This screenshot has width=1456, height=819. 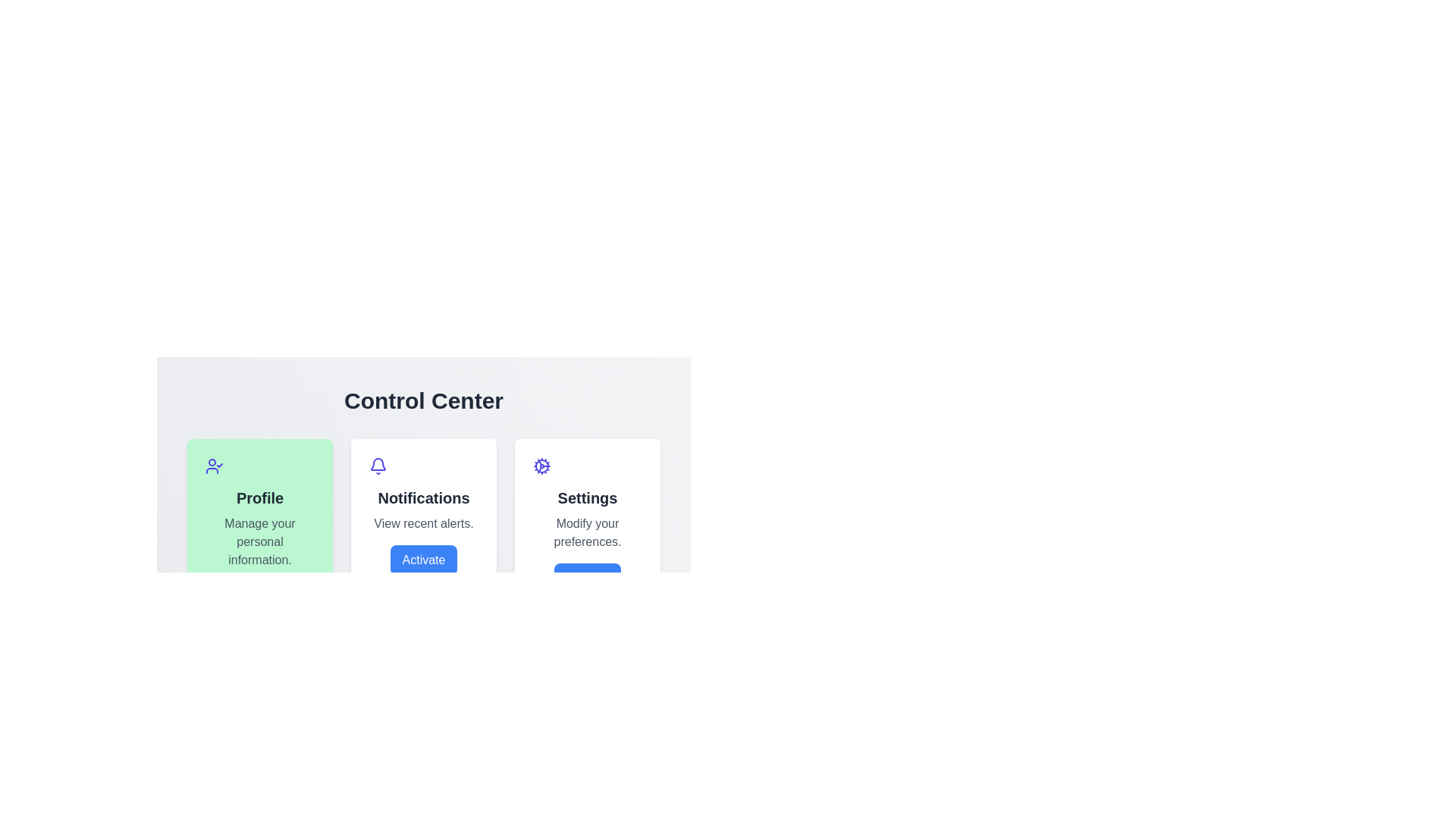 What do you see at coordinates (542, 465) in the screenshot?
I see `the vector graphic element of the cogwheel icon located in the 'Settings' card of the control center interface` at bounding box center [542, 465].